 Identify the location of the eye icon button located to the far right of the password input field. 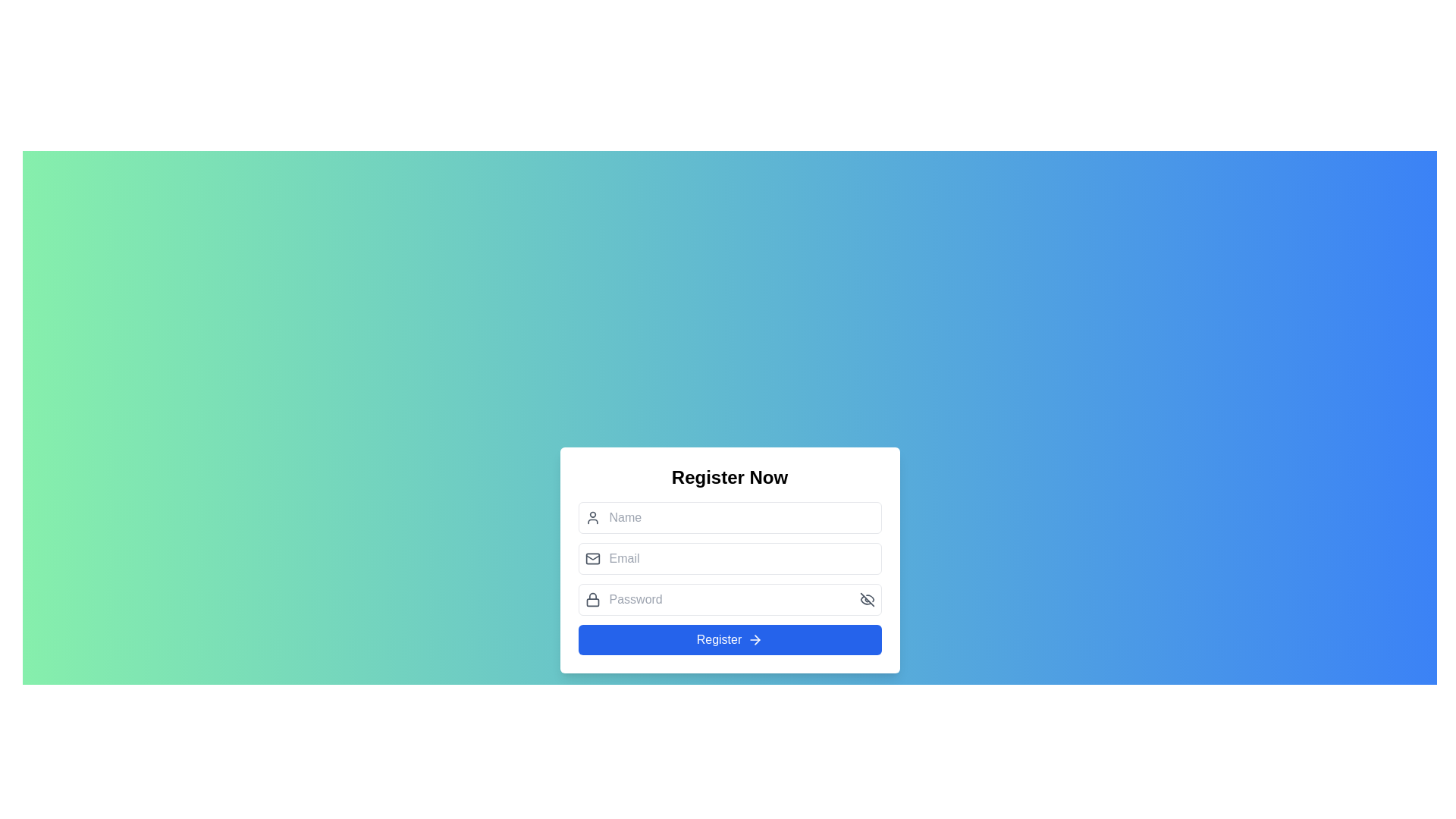
(867, 598).